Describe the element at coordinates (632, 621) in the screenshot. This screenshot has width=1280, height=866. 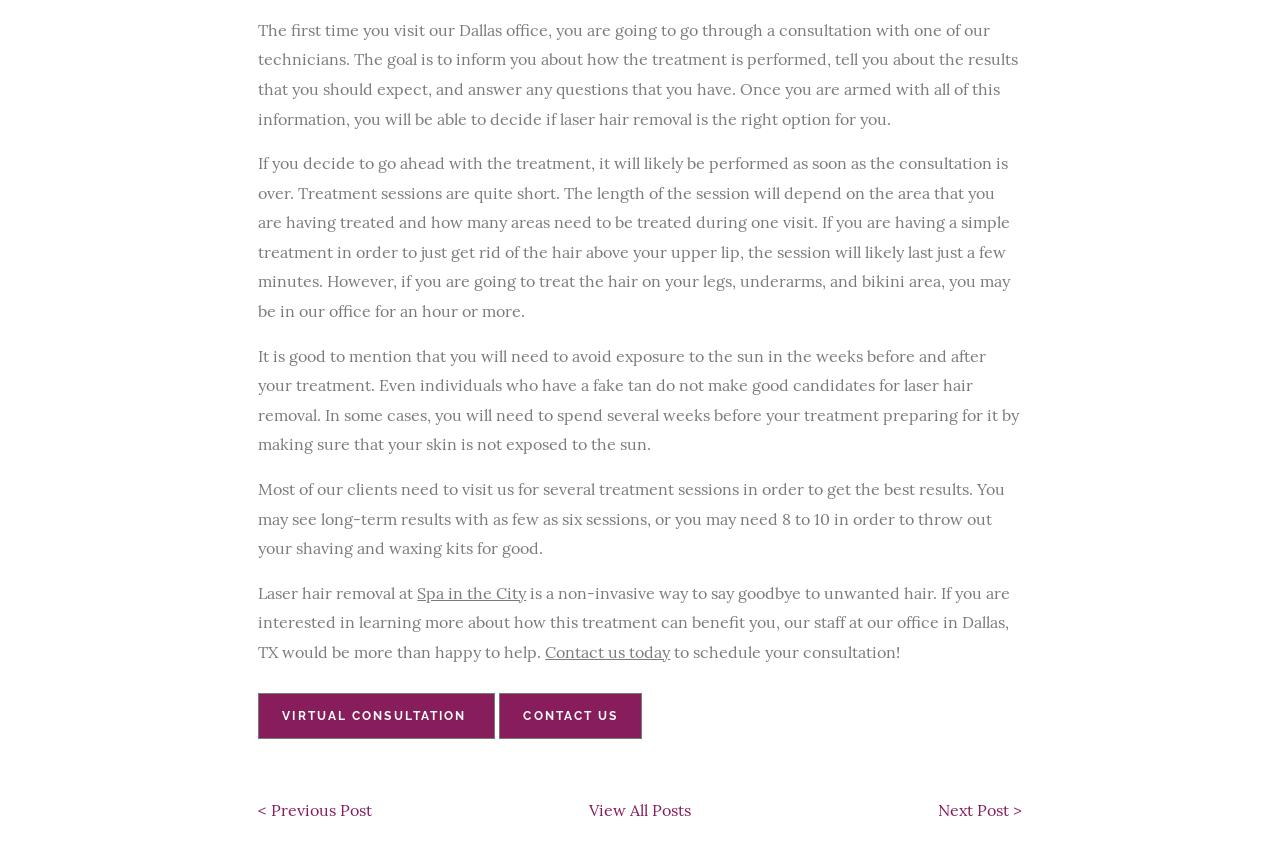
I see `'is a non-invasive way to say goodbye to unwanted hair. If you are interested in learning more about how this treatment can benefit you, our staff at our office in Dallas, TX would be more than happy to help.'` at that location.